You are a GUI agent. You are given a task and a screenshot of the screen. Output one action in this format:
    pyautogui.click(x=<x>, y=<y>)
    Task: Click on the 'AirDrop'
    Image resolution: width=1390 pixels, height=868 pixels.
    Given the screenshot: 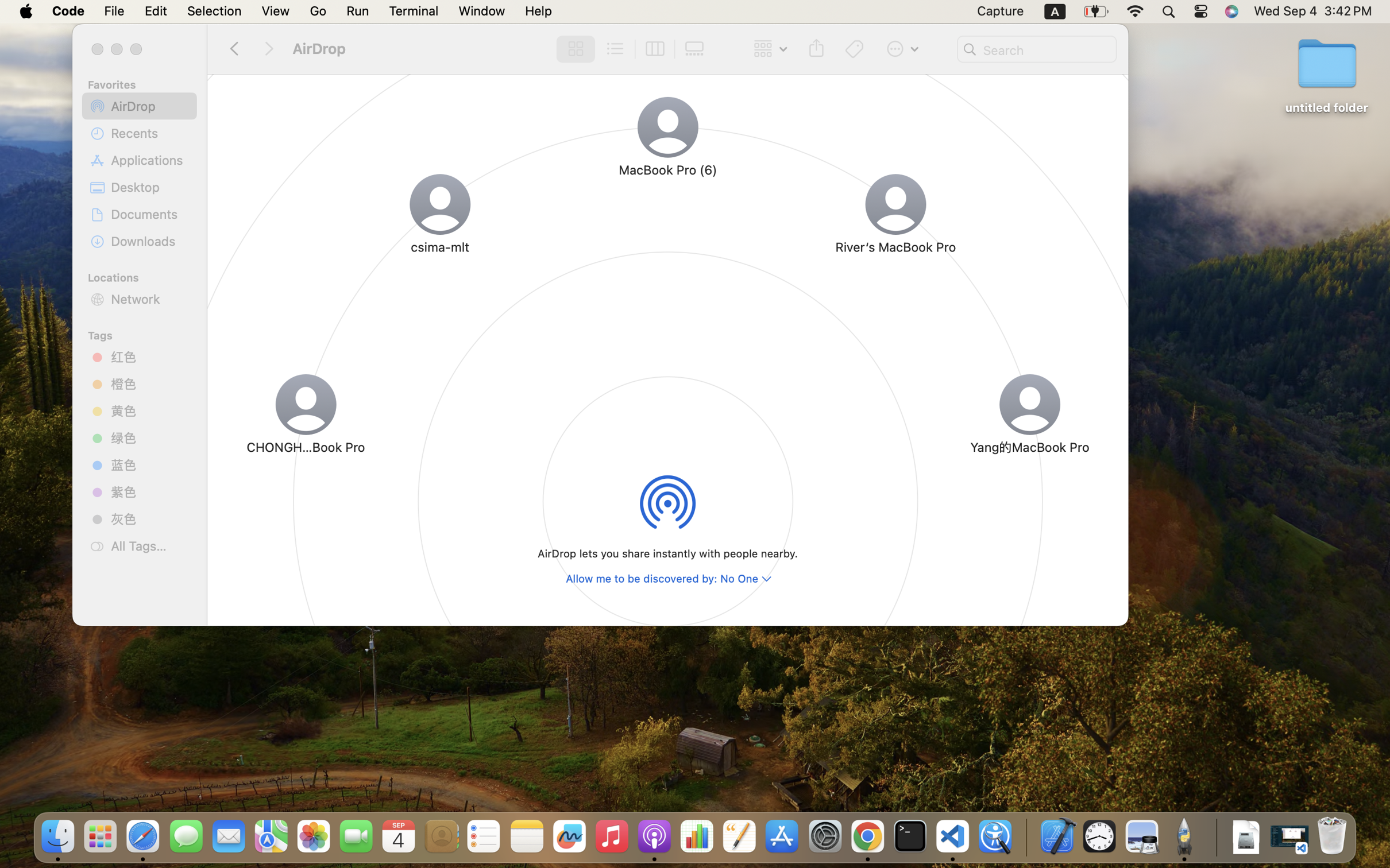 What is the action you would take?
    pyautogui.click(x=149, y=105)
    